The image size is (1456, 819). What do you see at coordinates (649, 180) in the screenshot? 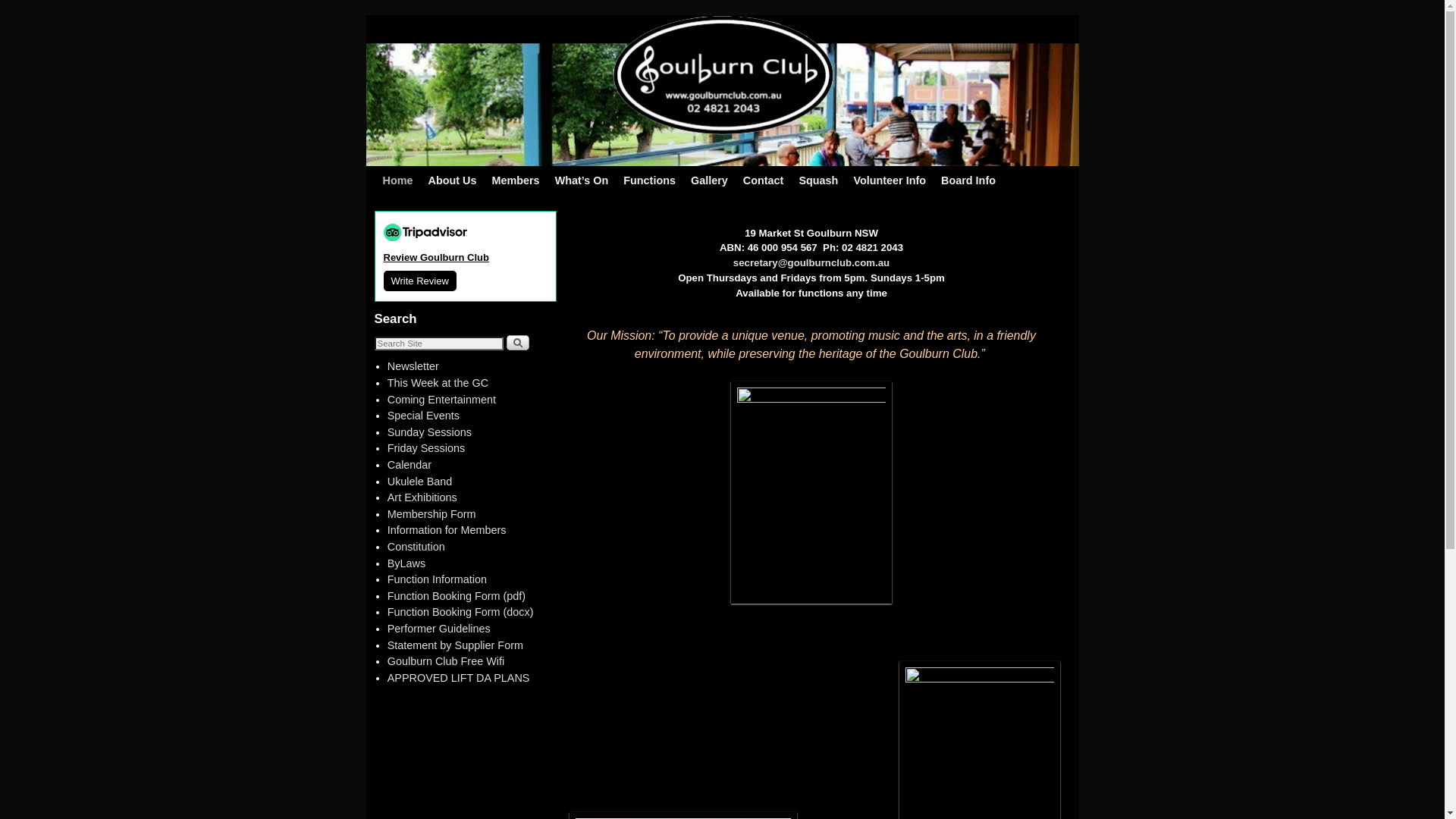
I see `'Functions'` at bounding box center [649, 180].